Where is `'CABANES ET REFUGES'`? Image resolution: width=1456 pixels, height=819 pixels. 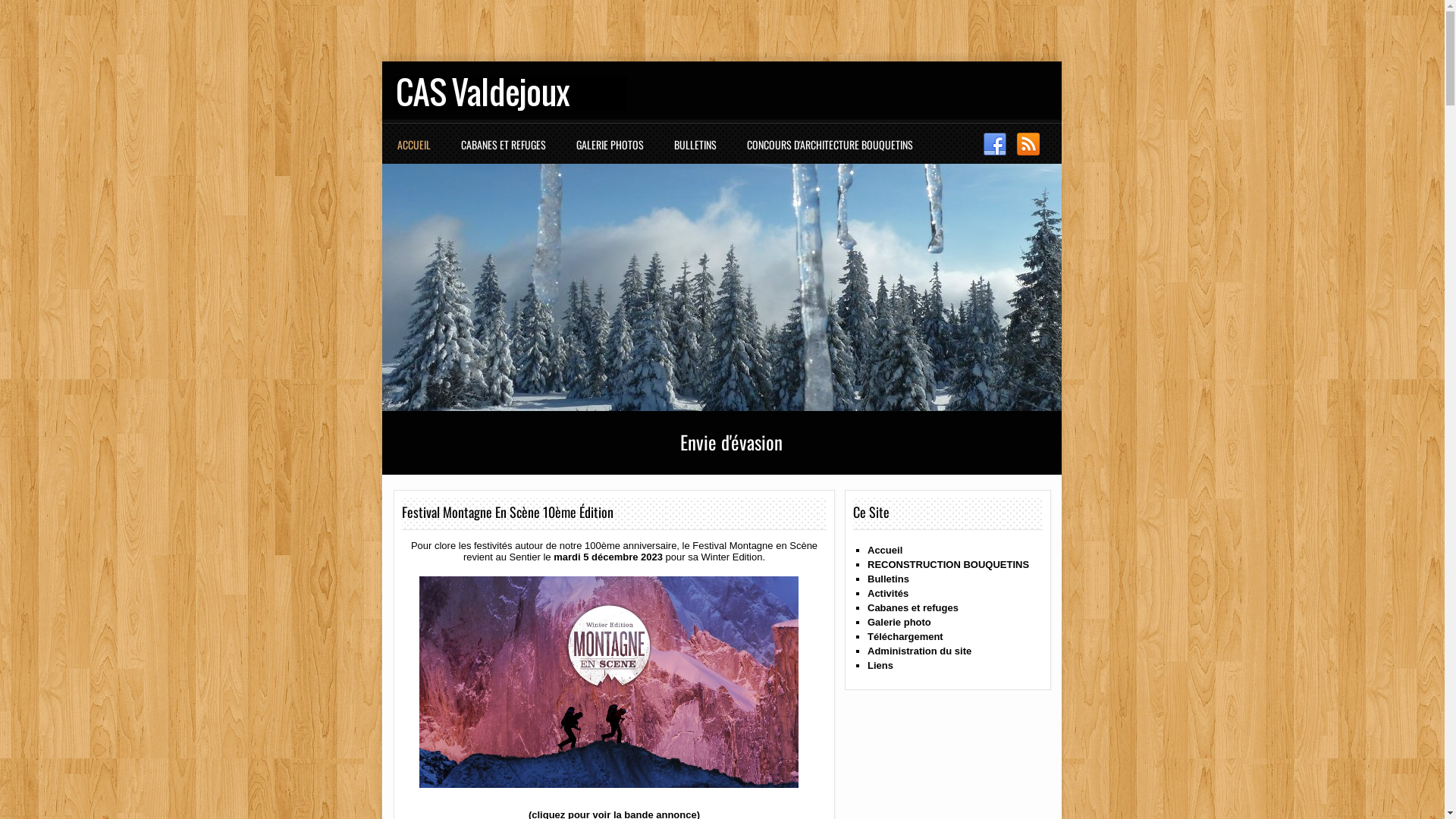
'CABANES ET REFUGES' is located at coordinates (507, 152).